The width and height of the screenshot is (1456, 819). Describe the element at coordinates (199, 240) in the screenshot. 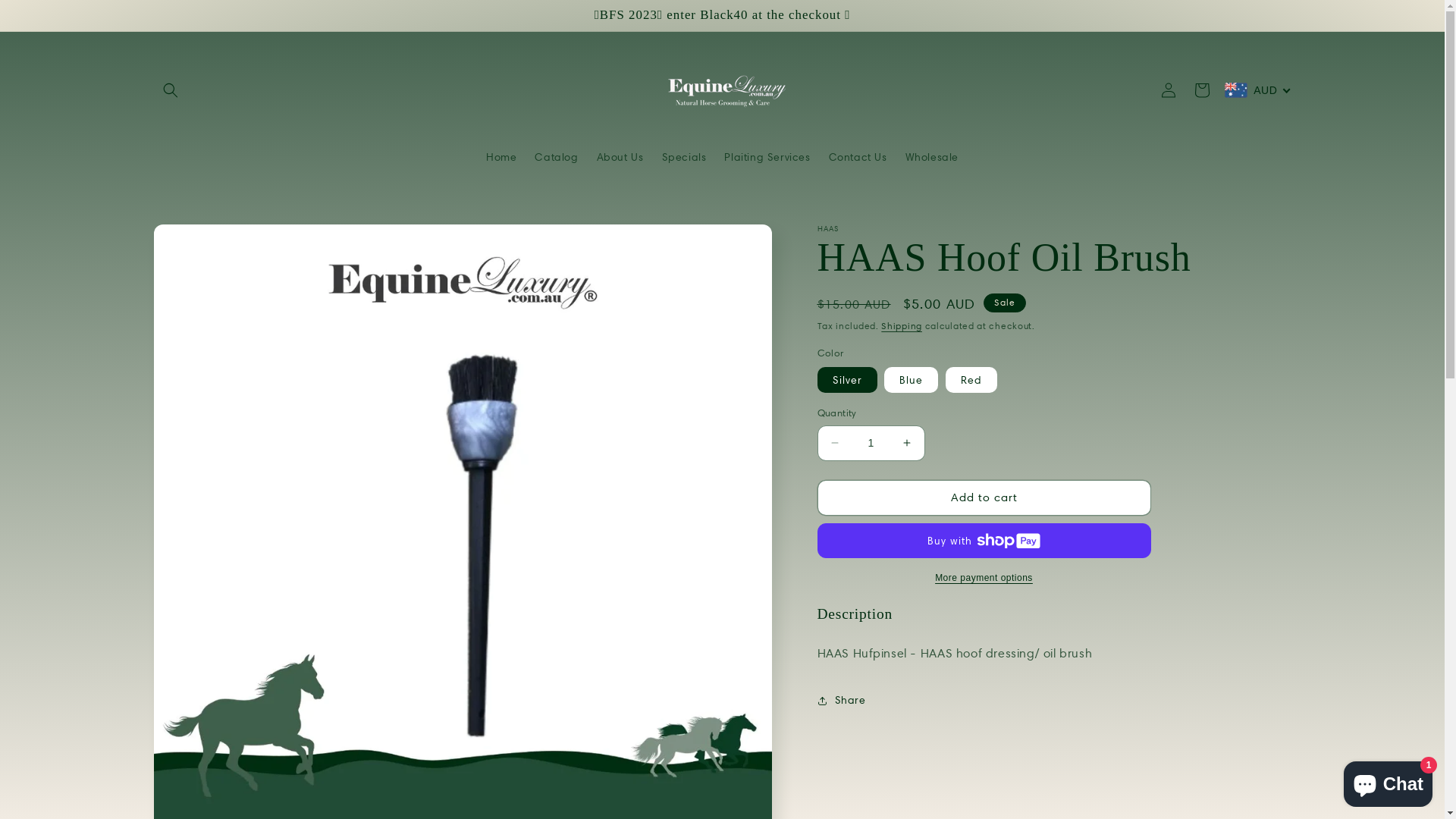

I see `'Skip to product information'` at that location.